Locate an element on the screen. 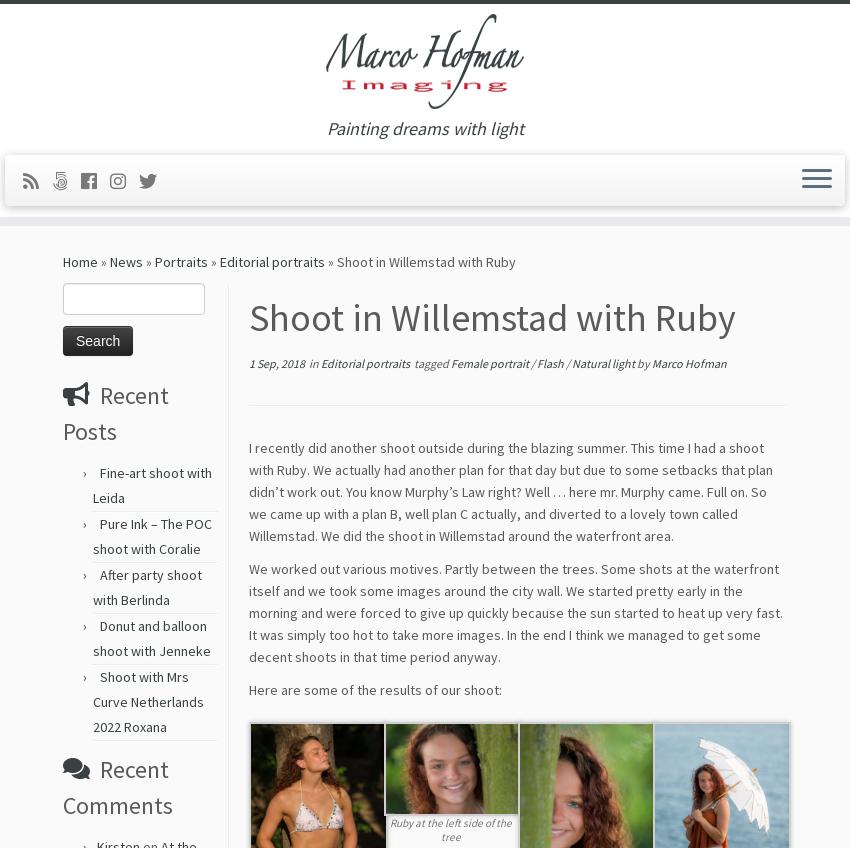  'News' is located at coordinates (125, 268).